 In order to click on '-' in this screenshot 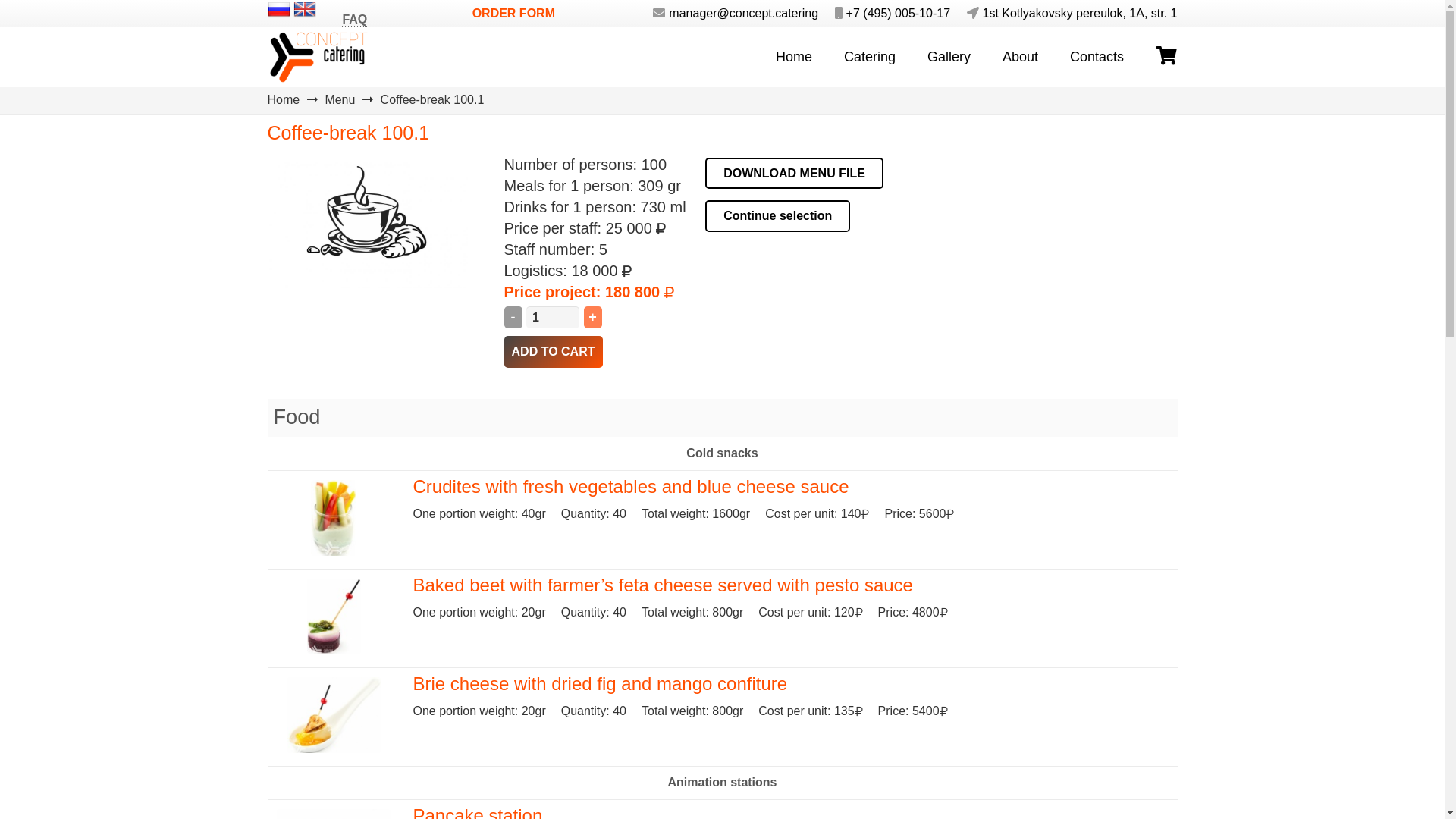, I will do `click(513, 316)`.